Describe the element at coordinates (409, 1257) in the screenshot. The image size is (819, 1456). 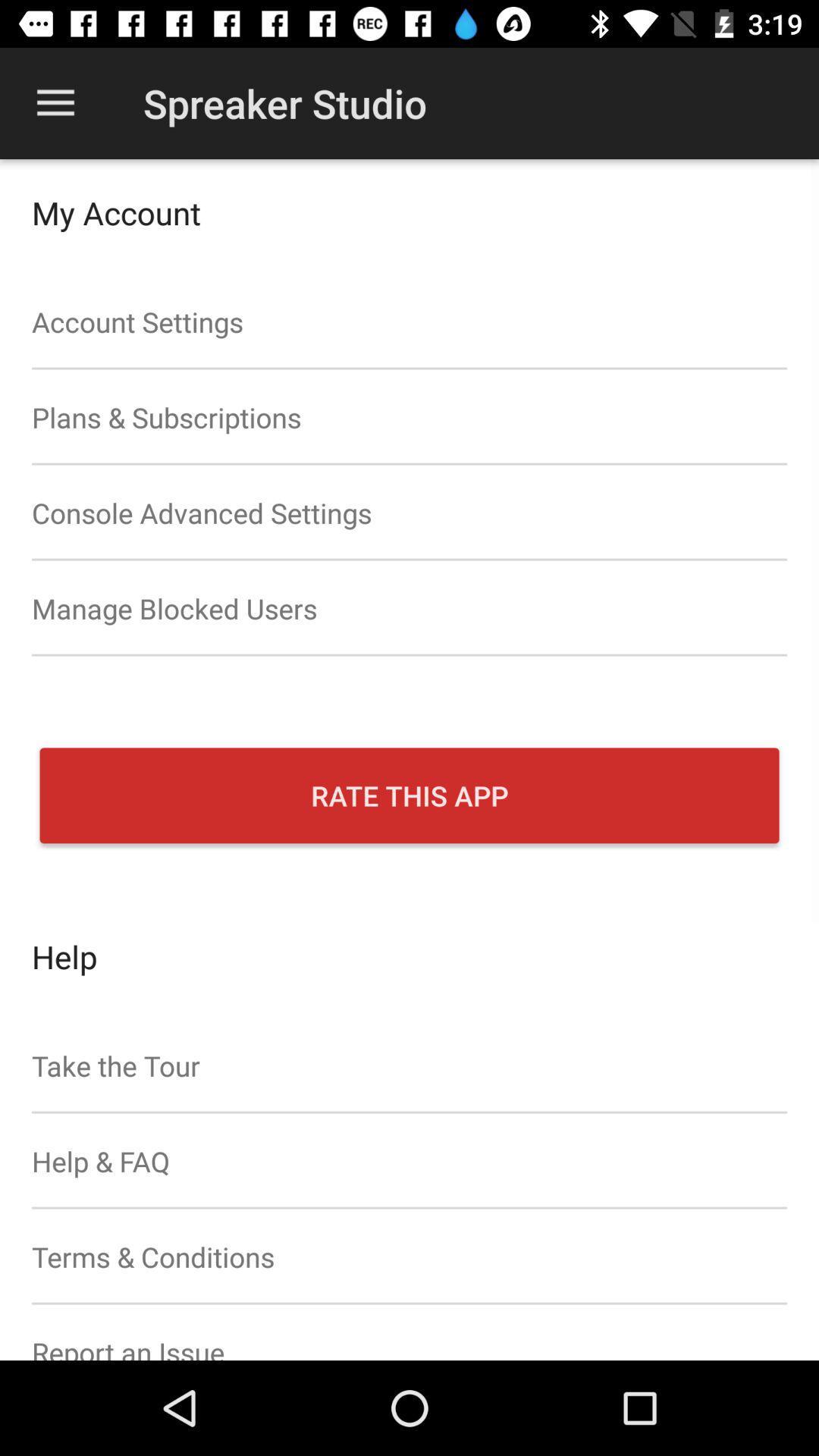
I see `the terms & conditions icon` at that location.